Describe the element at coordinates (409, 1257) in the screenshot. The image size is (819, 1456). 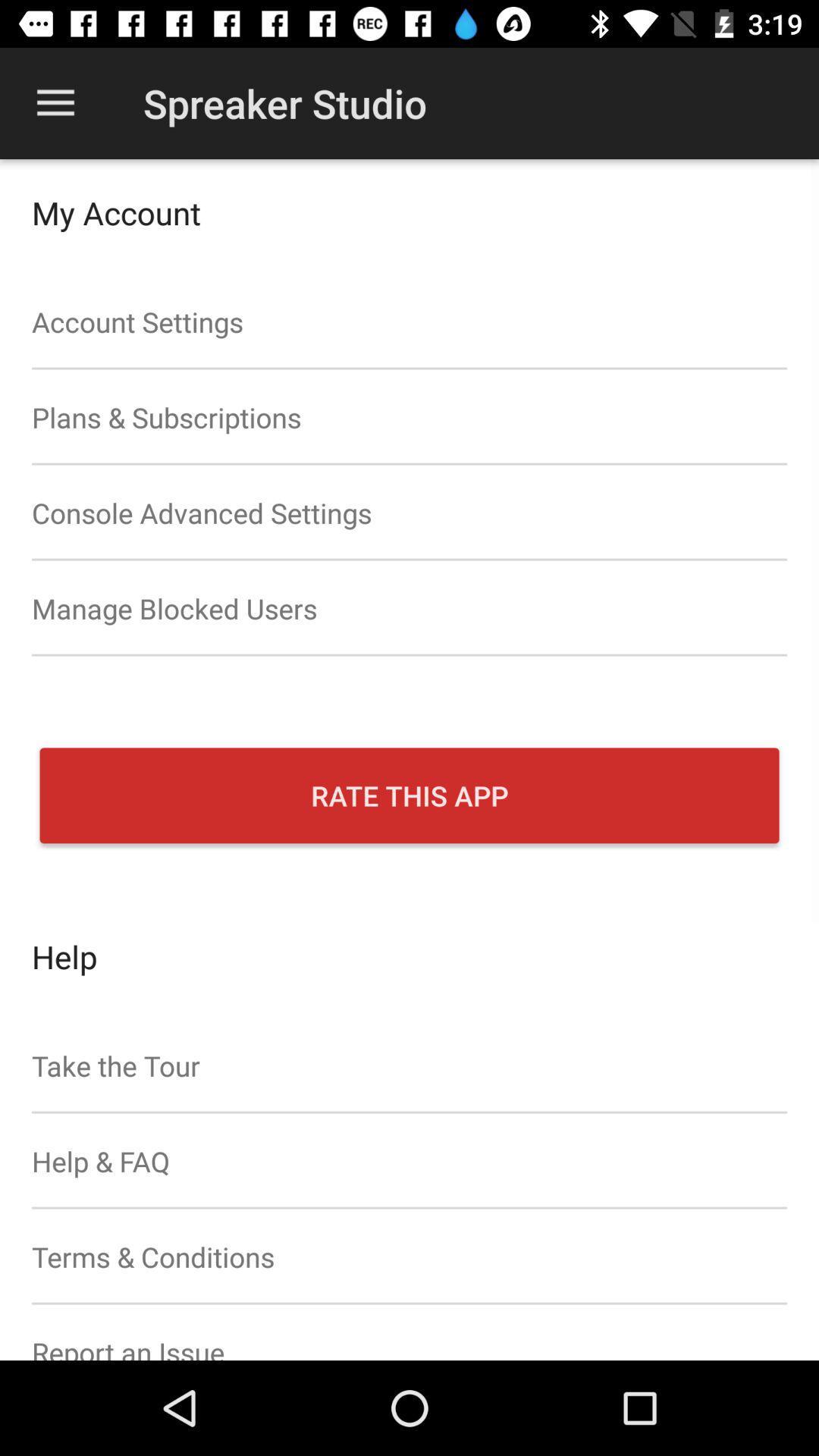
I see `the terms & conditions icon` at that location.